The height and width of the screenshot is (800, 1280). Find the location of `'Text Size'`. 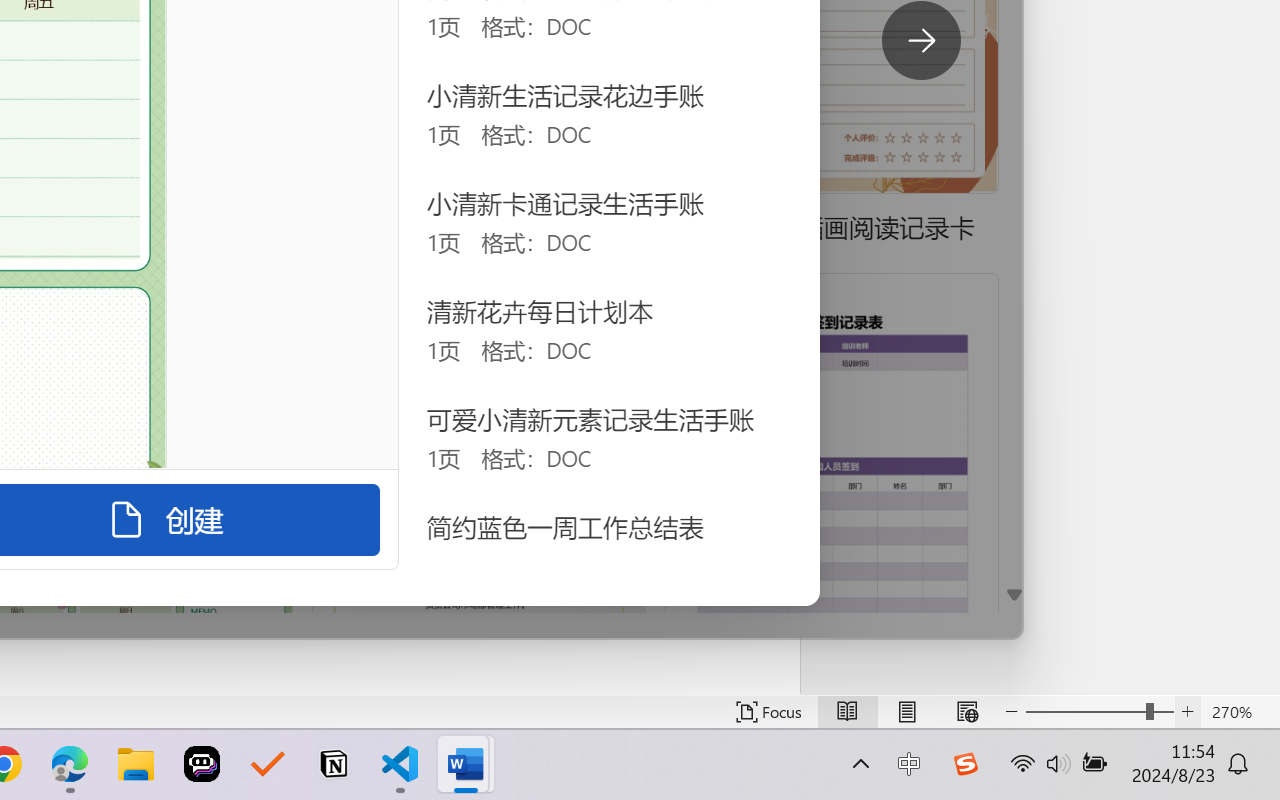

'Text Size' is located at coordinates (1099, 711).